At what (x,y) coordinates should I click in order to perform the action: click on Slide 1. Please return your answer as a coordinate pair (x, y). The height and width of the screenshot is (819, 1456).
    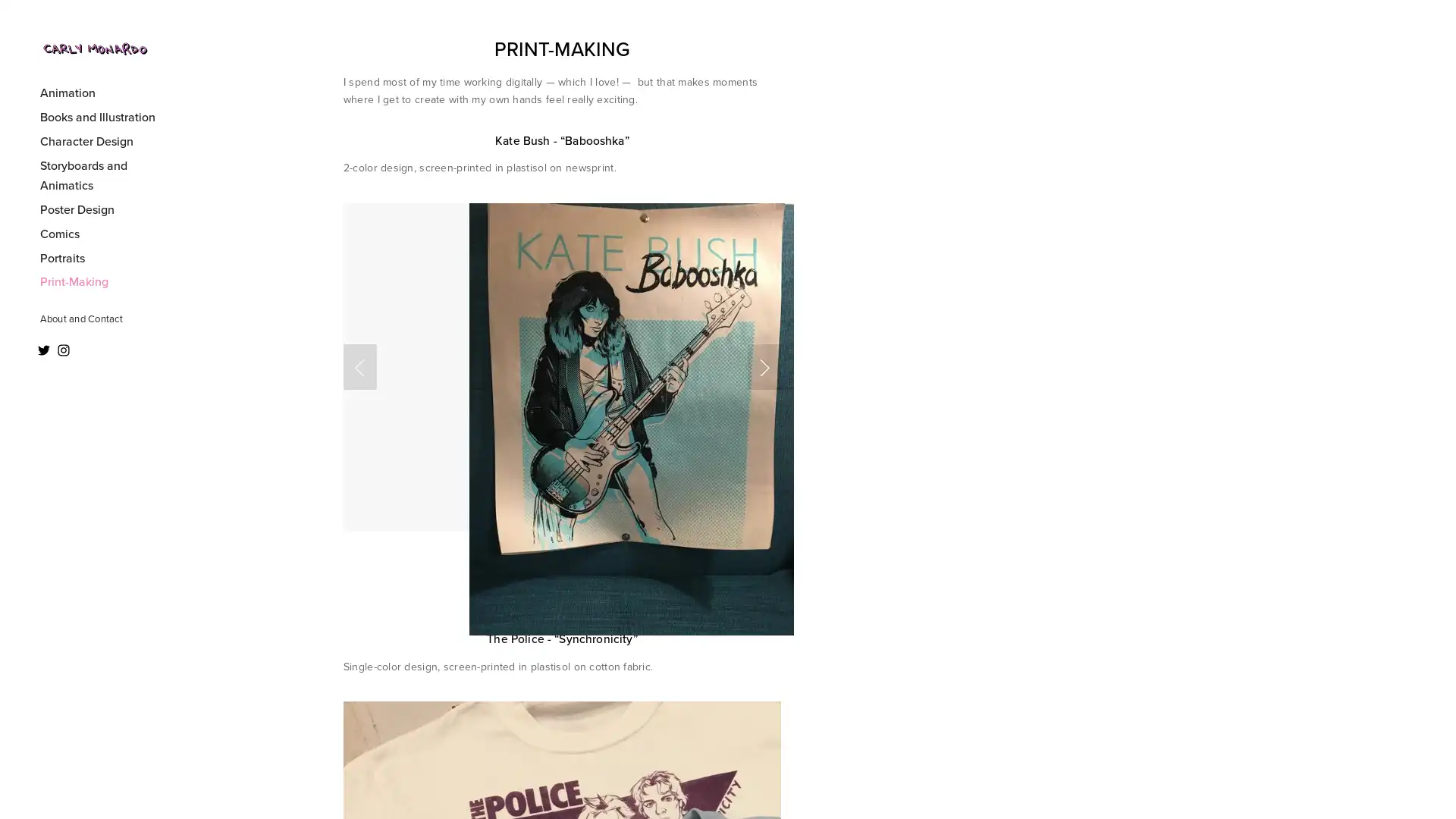
    Looking at the image, I should click on (498, 576).